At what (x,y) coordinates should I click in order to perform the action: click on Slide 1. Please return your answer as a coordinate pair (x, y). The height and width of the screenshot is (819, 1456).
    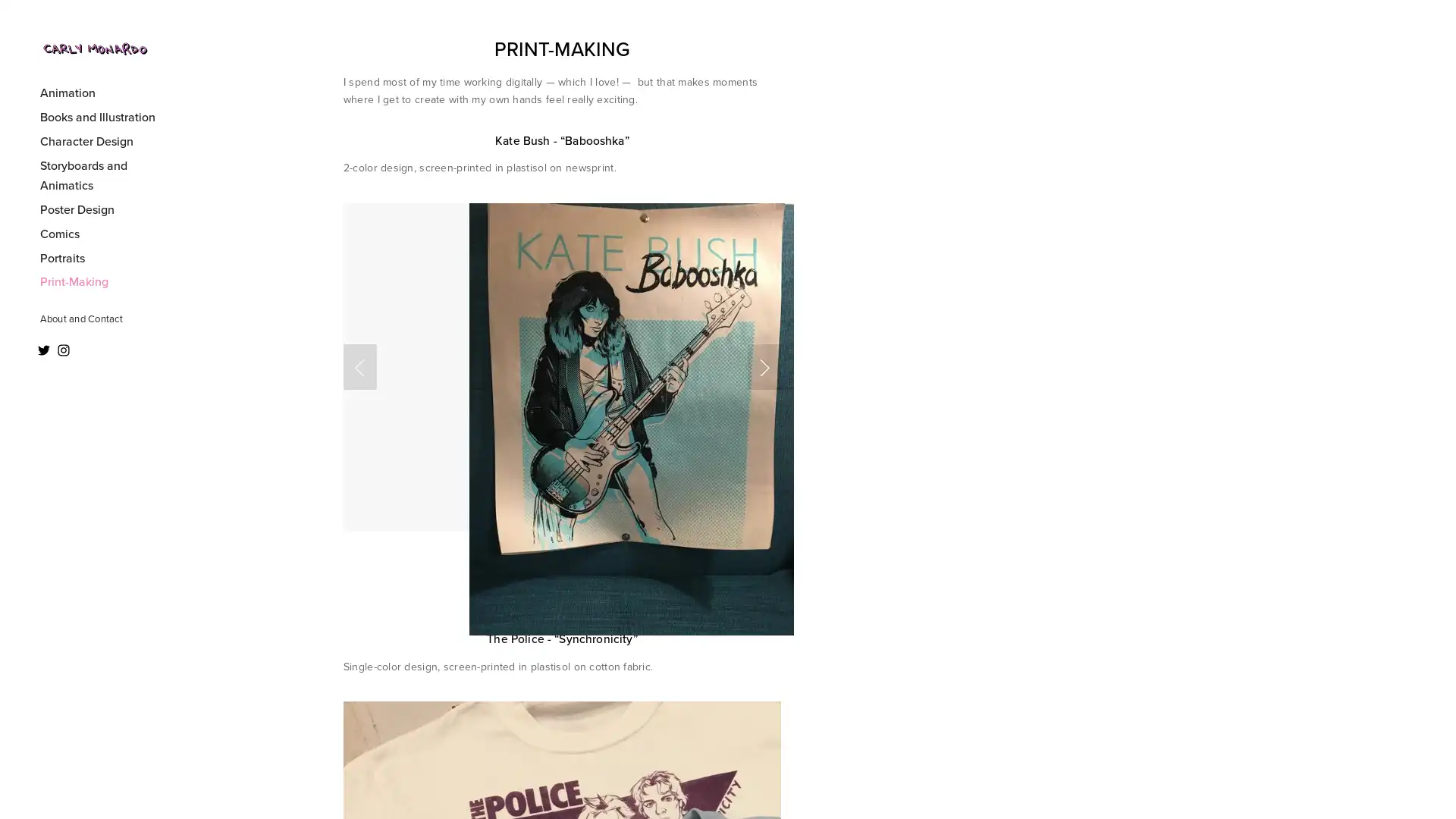
    Looking at the image, I should click on (498, 576).